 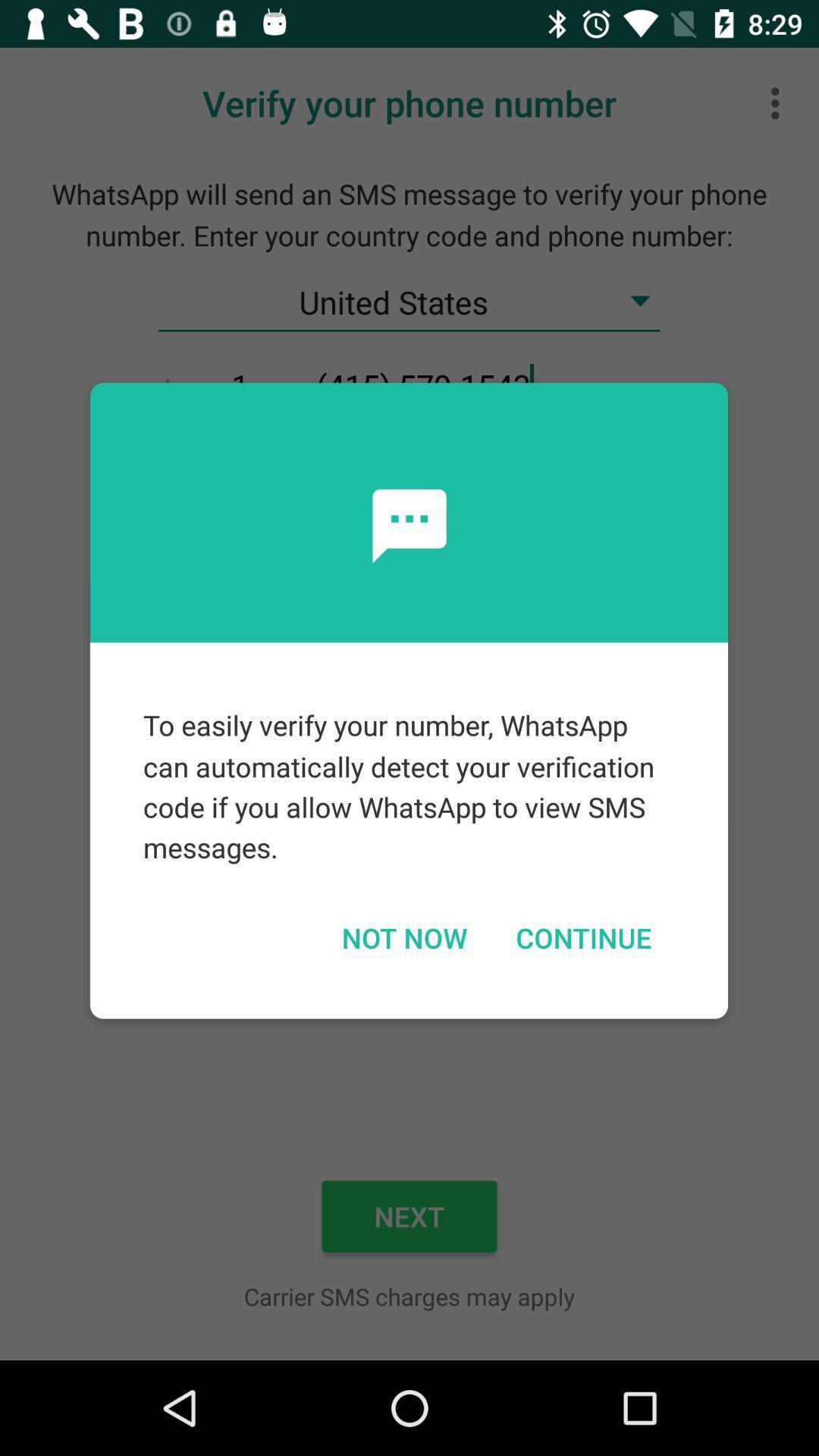 What do you see at coordinates (582, 937) in the screenshot?
I see `the item next to not now item` at bounding box center [582, 937].